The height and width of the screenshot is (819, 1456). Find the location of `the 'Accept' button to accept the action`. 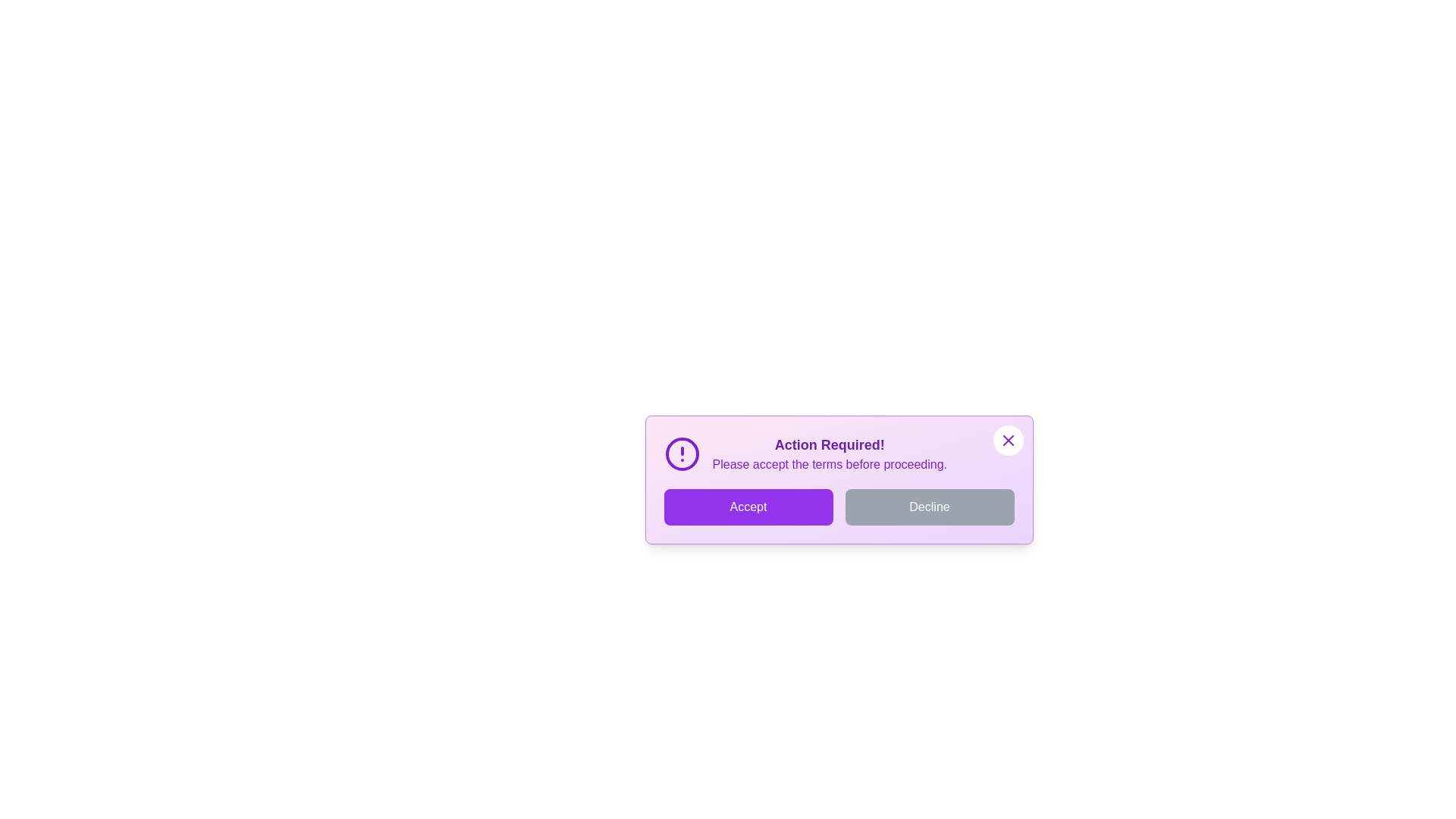

the 'Accept' button to accept the action is located at coordinates (748, 507).